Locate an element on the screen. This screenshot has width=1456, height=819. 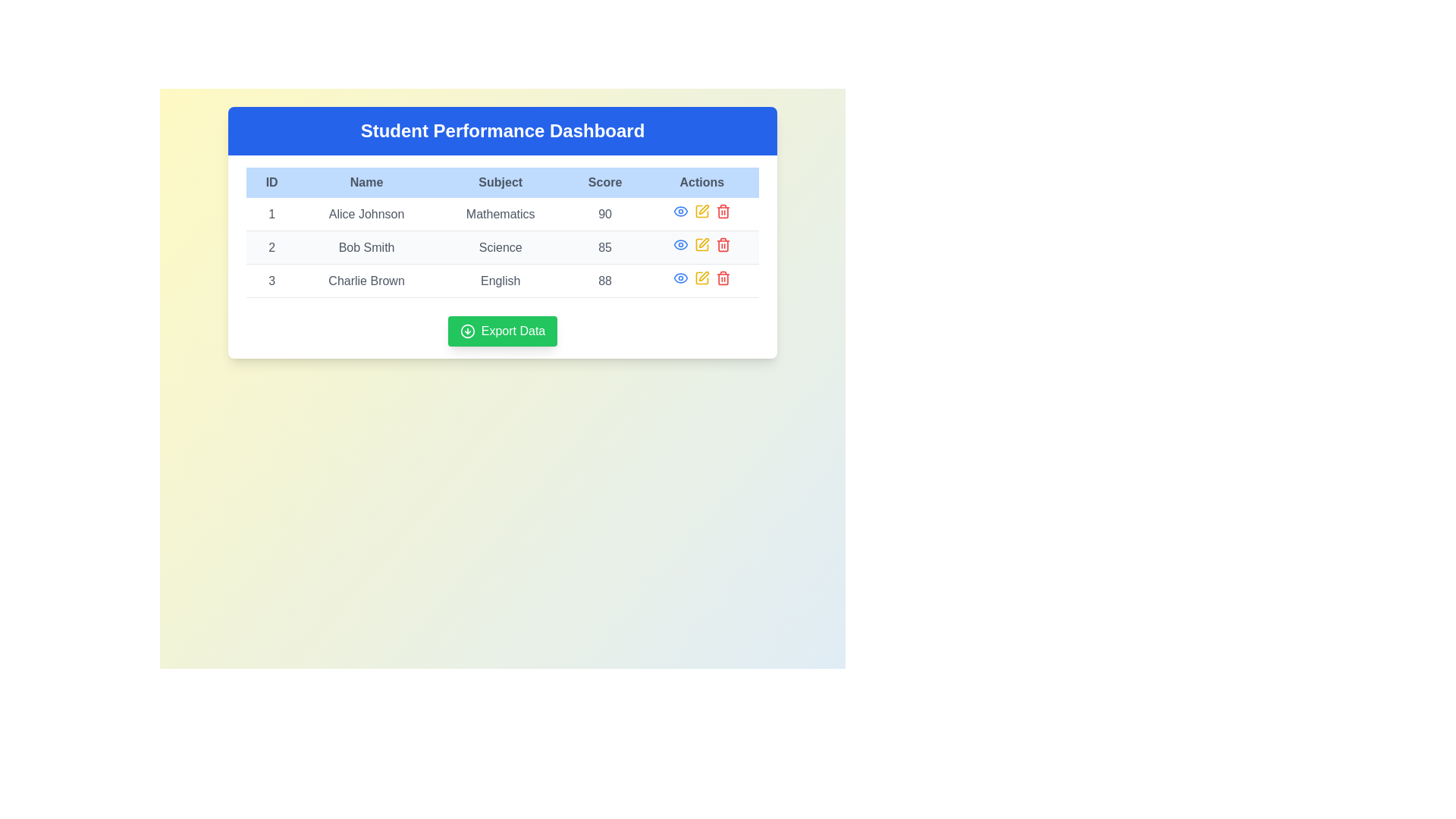
the prominent green 'Export Data' button located beneath the data table to initiate data export is located at coordinates (502, 330).